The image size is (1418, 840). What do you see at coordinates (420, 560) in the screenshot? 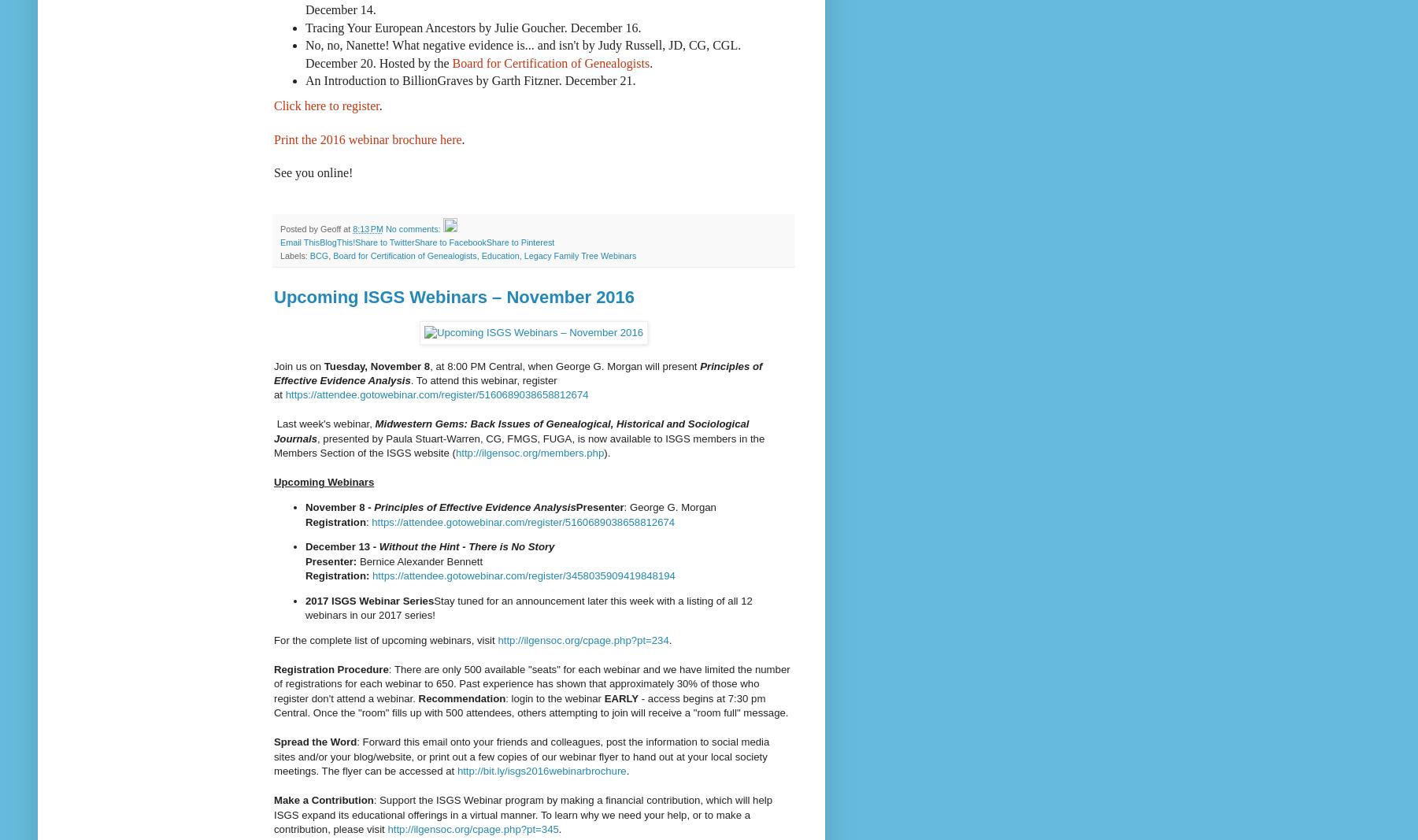
I see `'Bernice Alexander Bennett'` at bounding box center [420, 560].